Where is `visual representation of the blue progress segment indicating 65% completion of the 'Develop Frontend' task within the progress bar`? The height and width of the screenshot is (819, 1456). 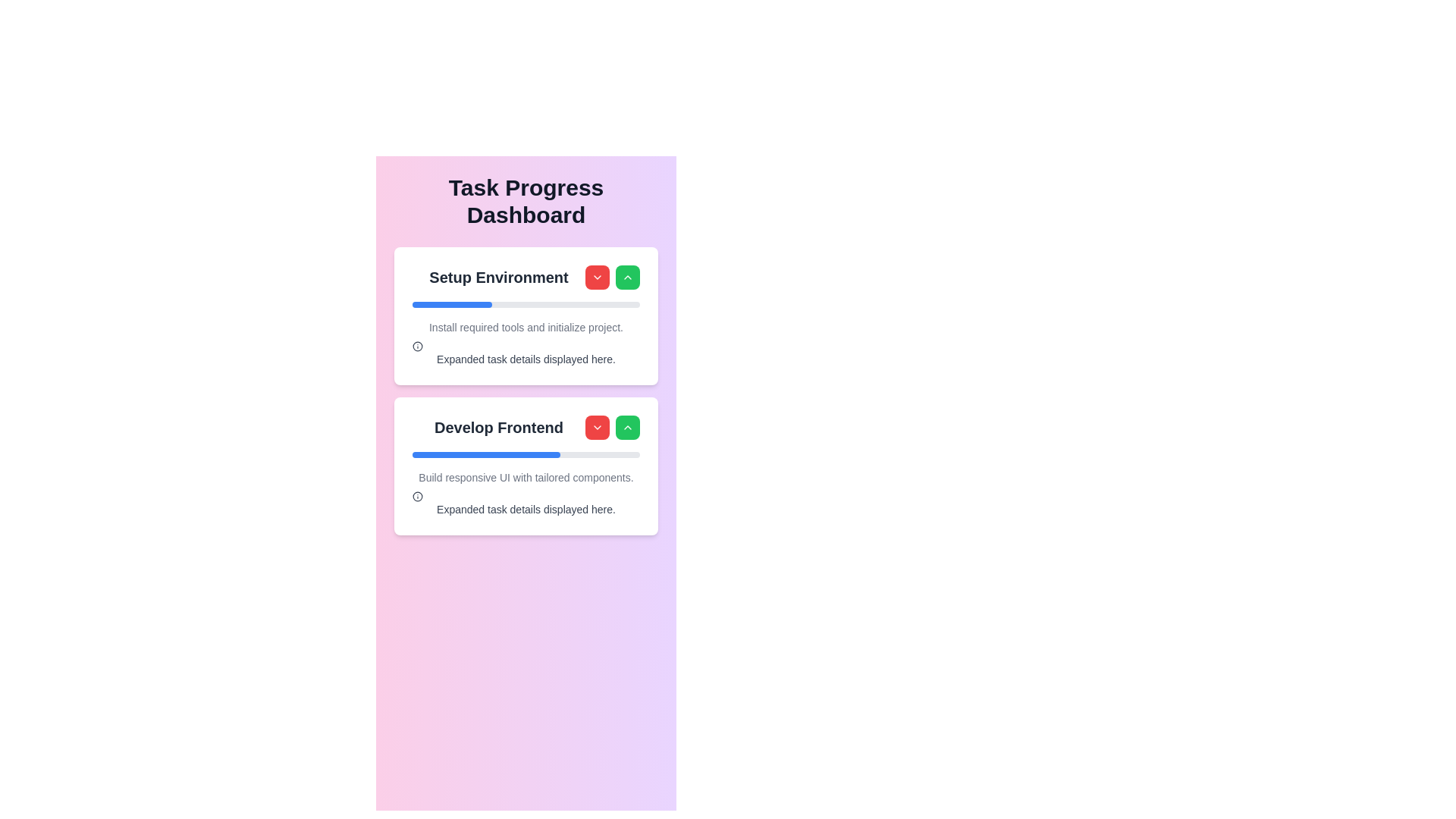 visual representation of the blue progress segment indicating 65% completion of the 'Develop Frontend' task within the progress bar is located at coordinates (486, 454).